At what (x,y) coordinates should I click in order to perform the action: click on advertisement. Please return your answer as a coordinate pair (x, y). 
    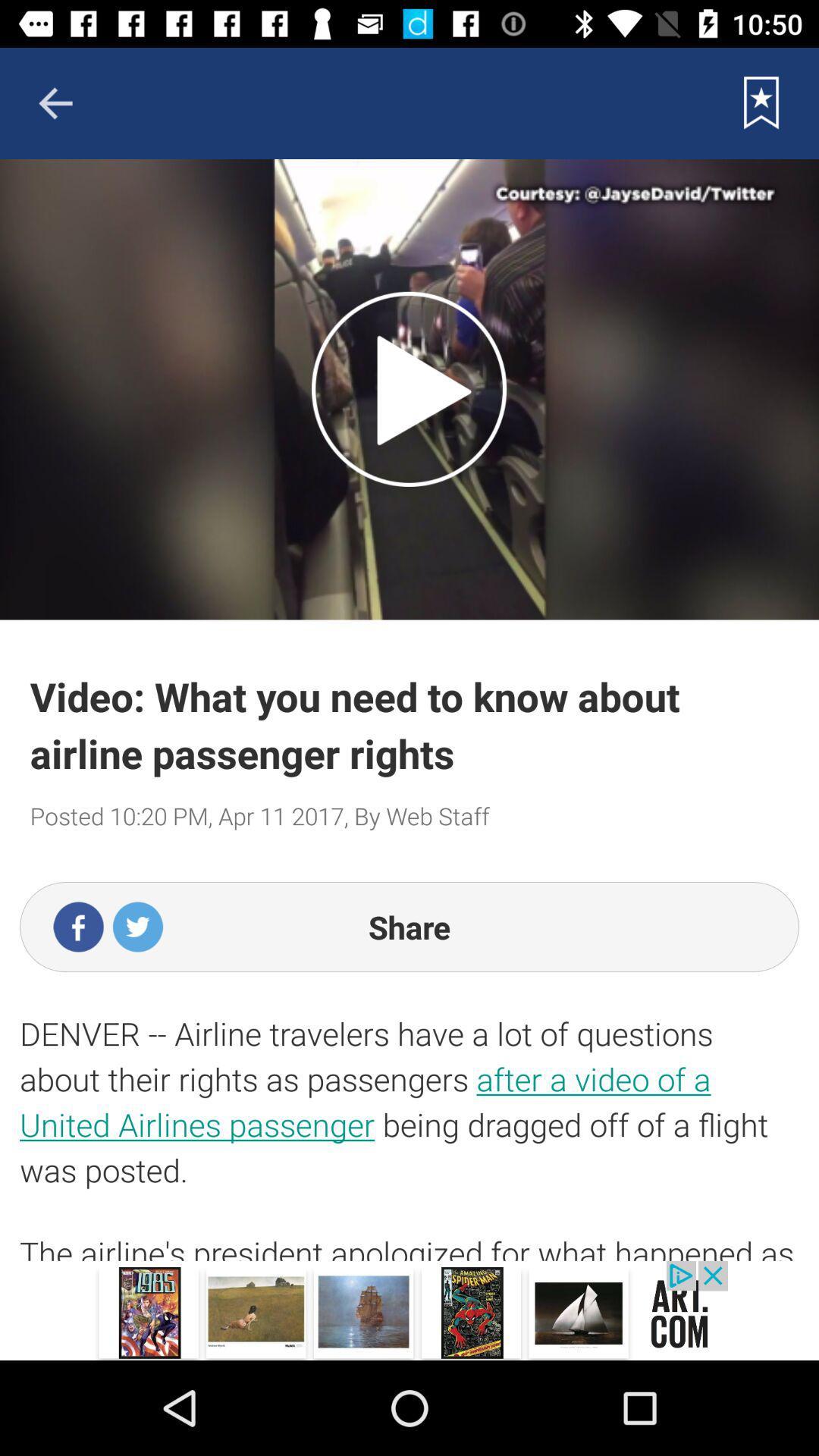
    Looking at the image, I should click on (409, 1310).